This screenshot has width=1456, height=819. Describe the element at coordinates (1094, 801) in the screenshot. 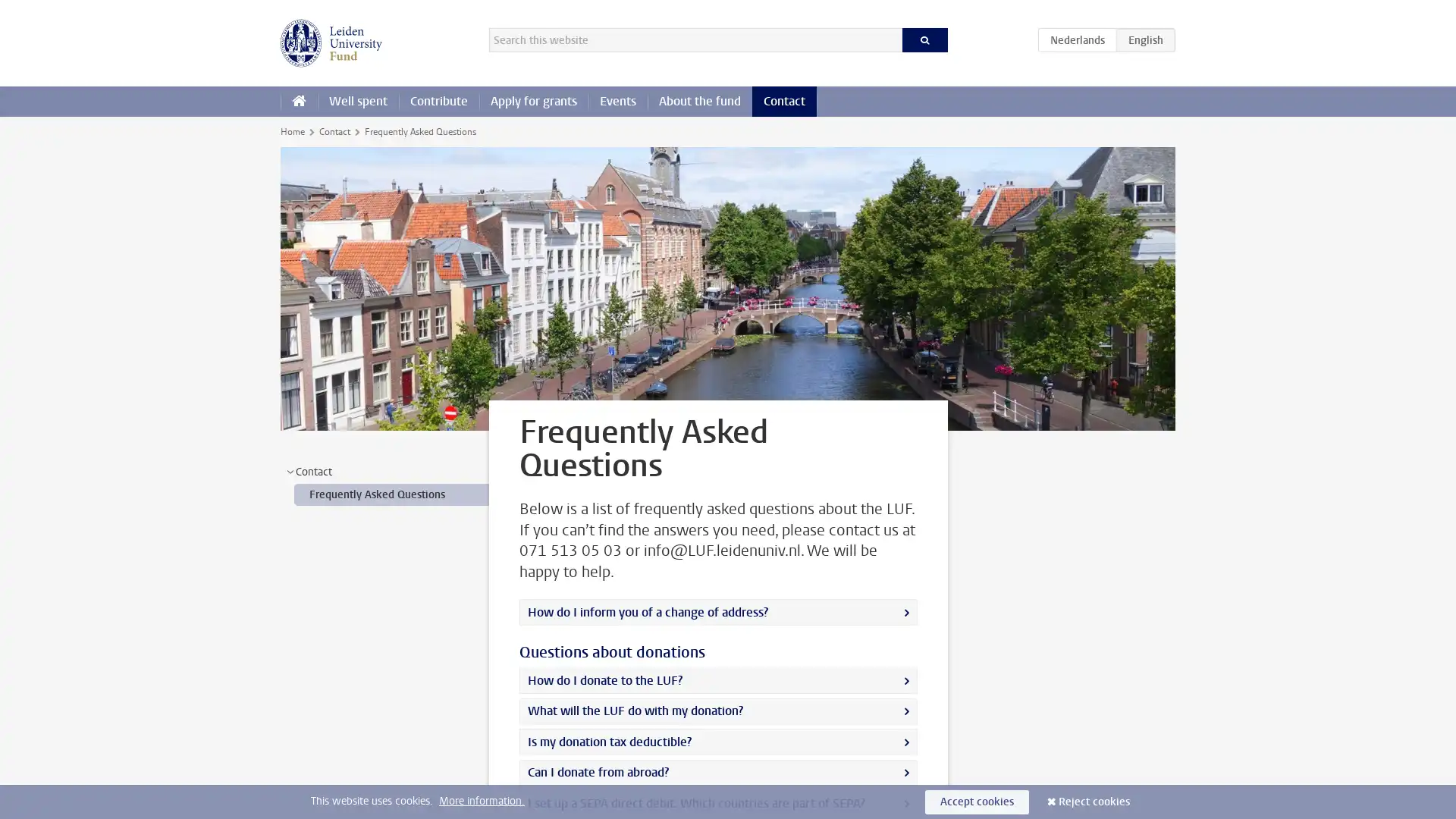

I see `Reject cookies` at that location.